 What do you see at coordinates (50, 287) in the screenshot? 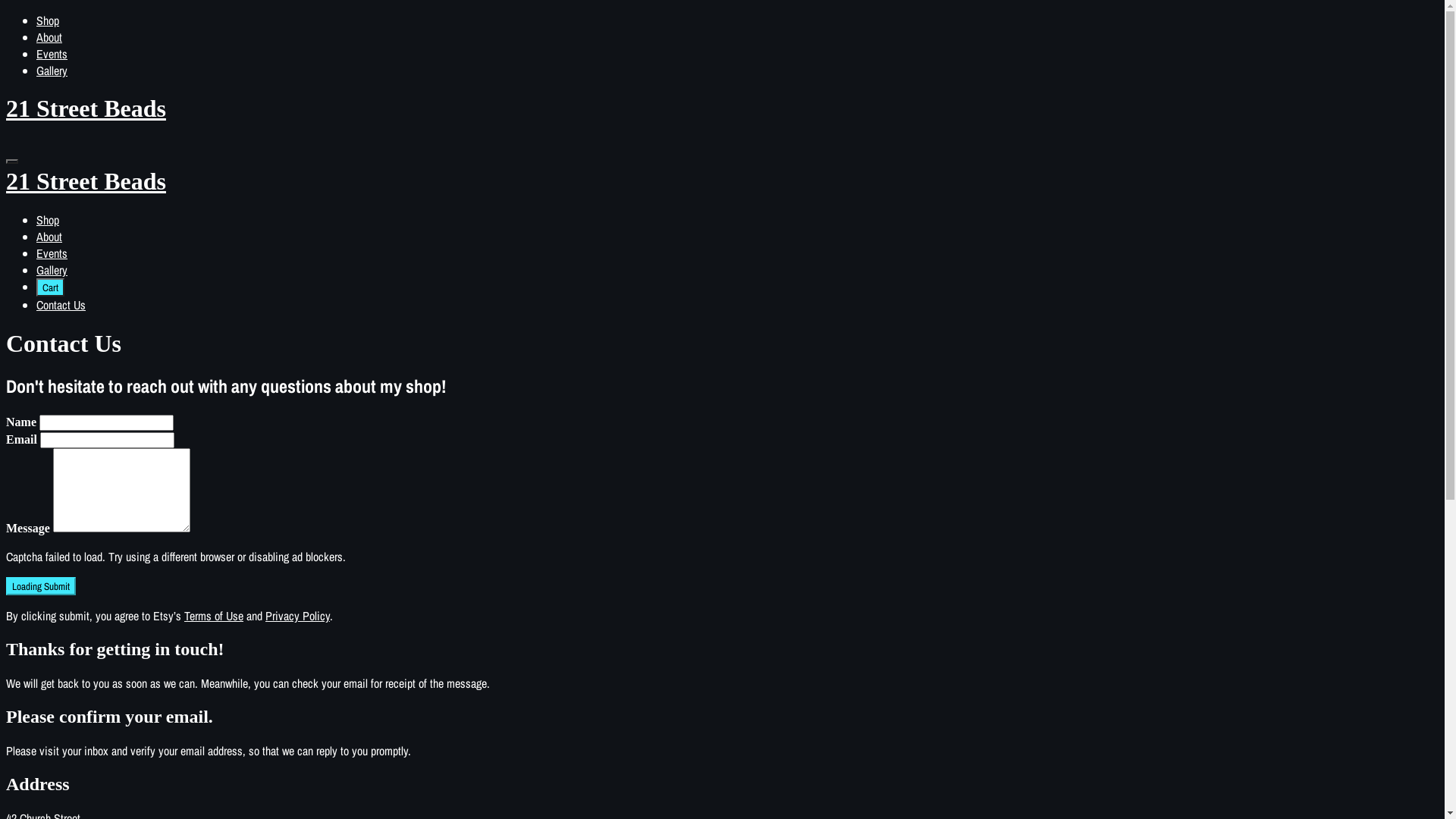
I see `'Cart'` at bounding box center [50, 287].